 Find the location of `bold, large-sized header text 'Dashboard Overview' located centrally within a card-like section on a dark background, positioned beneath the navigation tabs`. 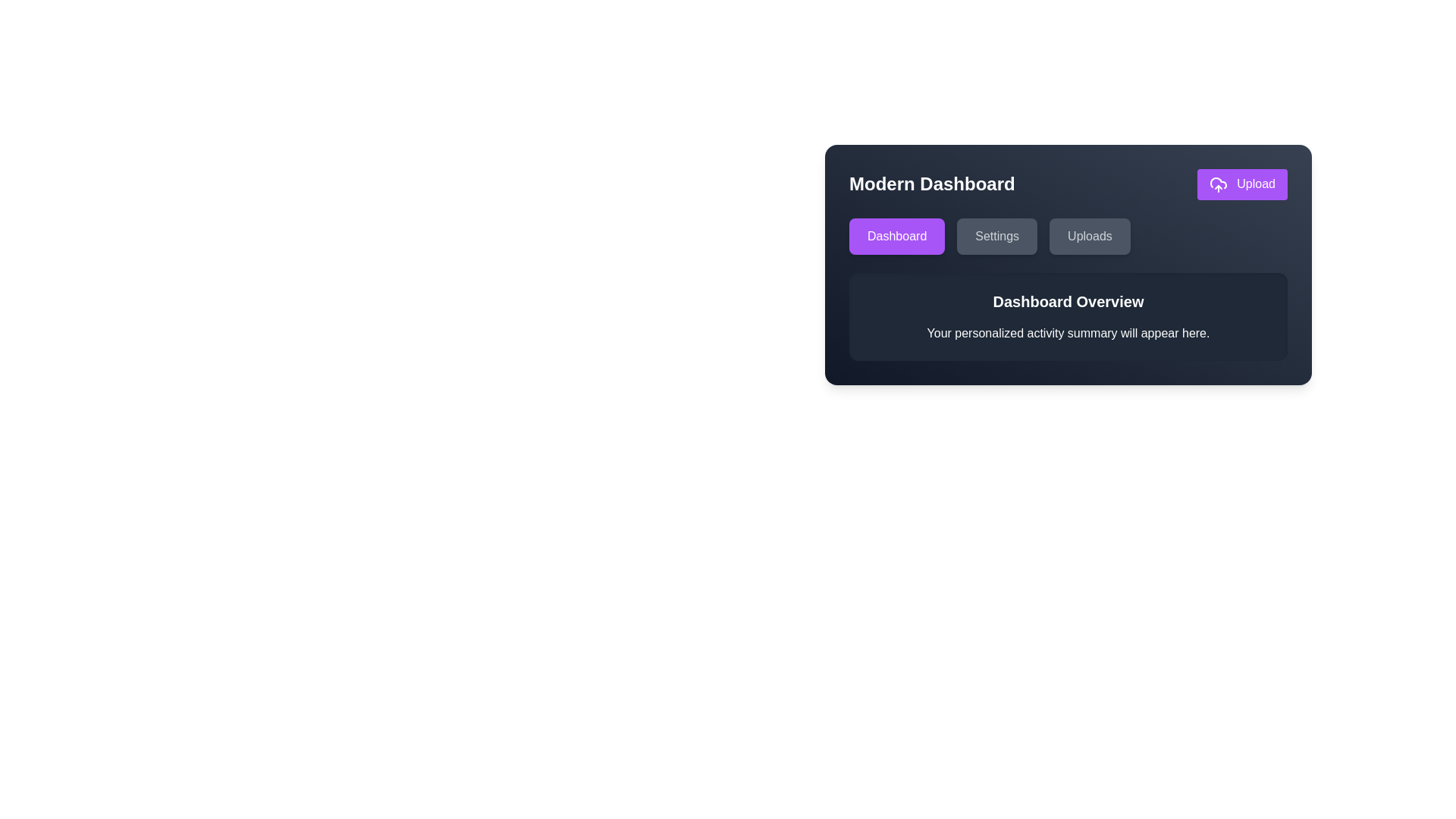

bold, large-sized header text 'Dashboard Overview' located centrally within a card-like section on a dark background, positioned beneath the navigation tabs is located at coordinates (1068, 301).